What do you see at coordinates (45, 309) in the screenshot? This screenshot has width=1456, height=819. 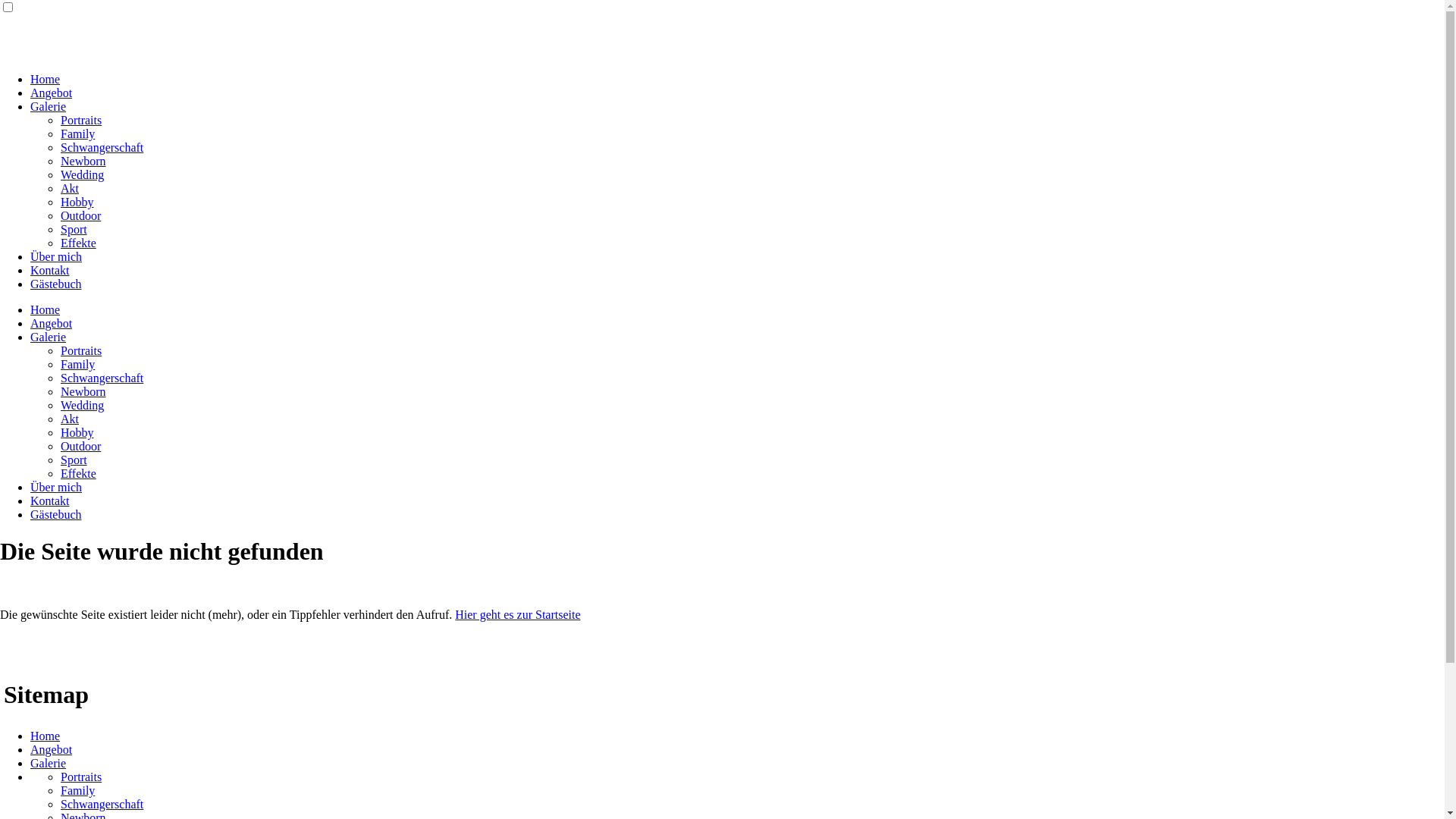 I see `'Home'` at bounding box center [45, 309].